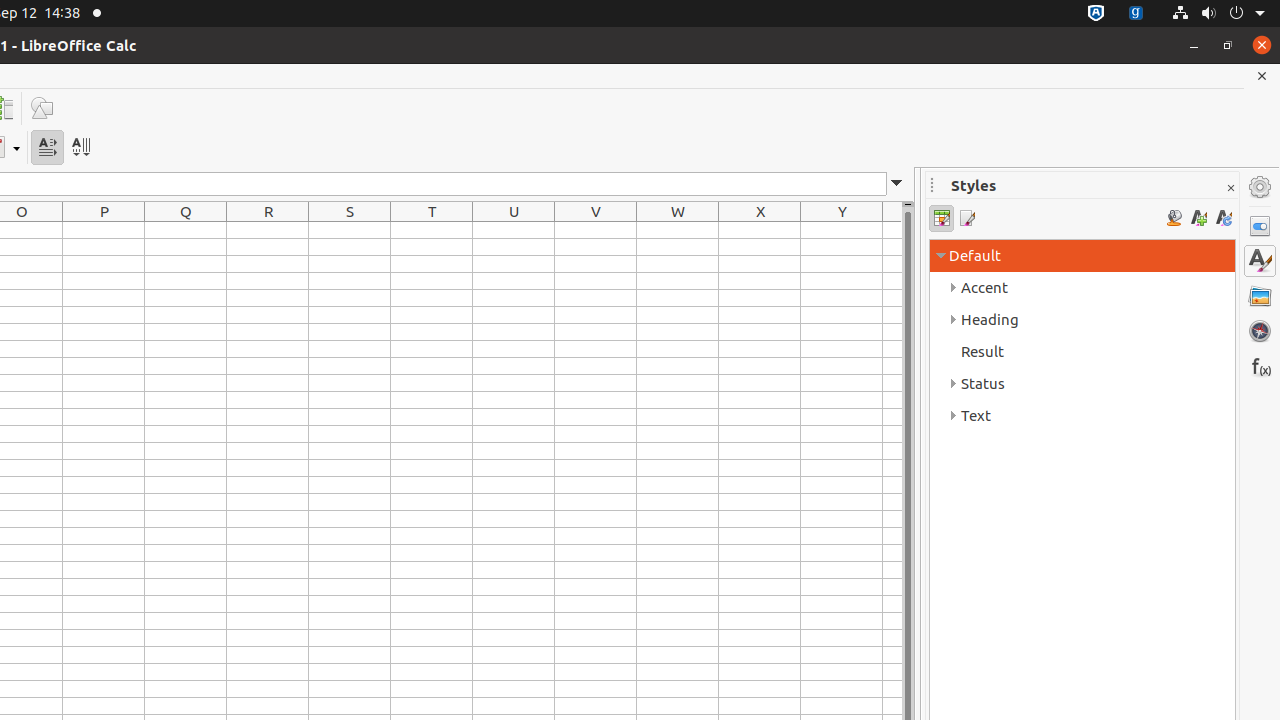  What do you see at coordinates (594, 229) in the screenshot?
I see `'V1'` at bounding box center [594, 229].